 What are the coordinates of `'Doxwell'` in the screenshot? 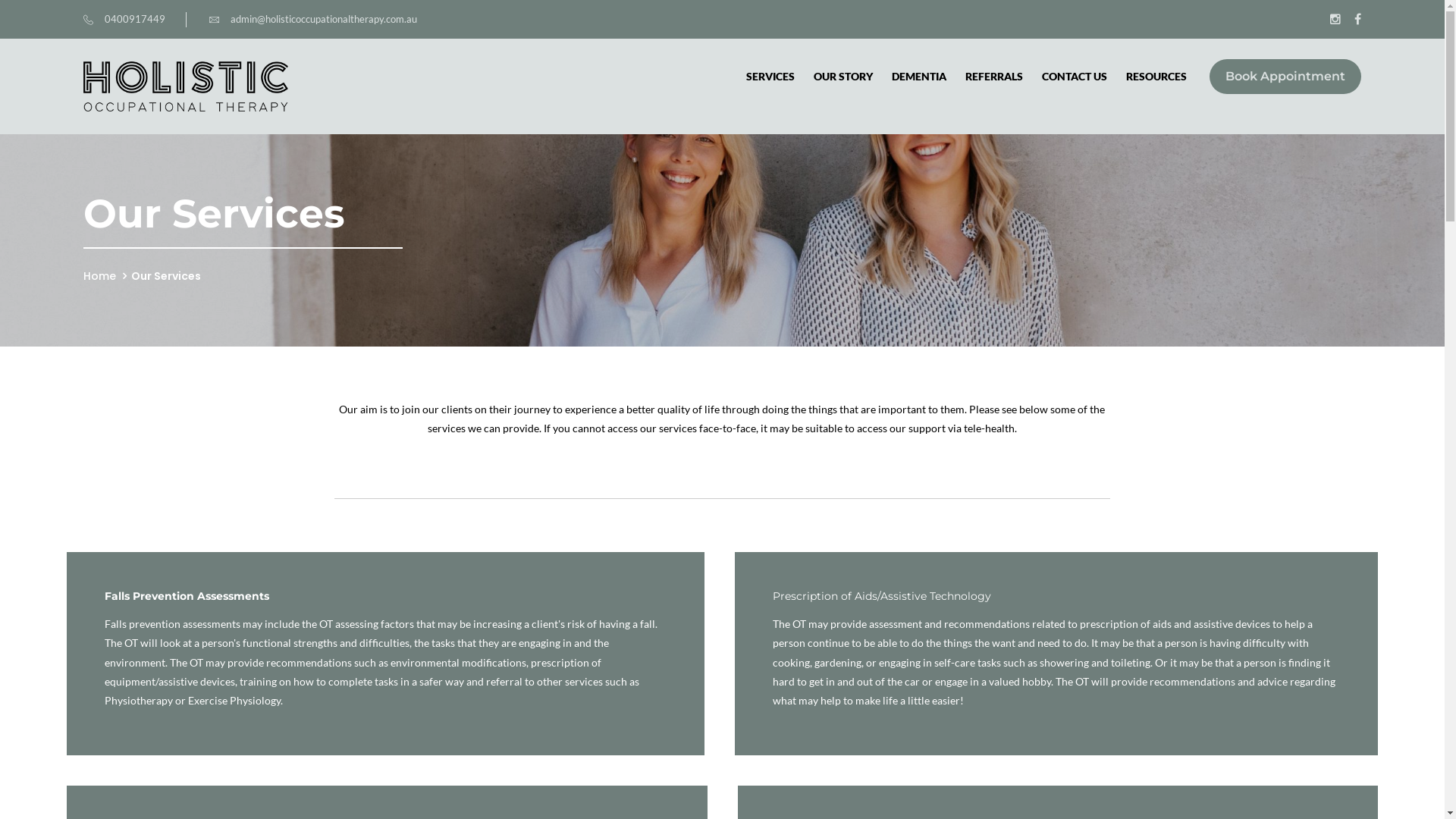 It's located at (184, 86).